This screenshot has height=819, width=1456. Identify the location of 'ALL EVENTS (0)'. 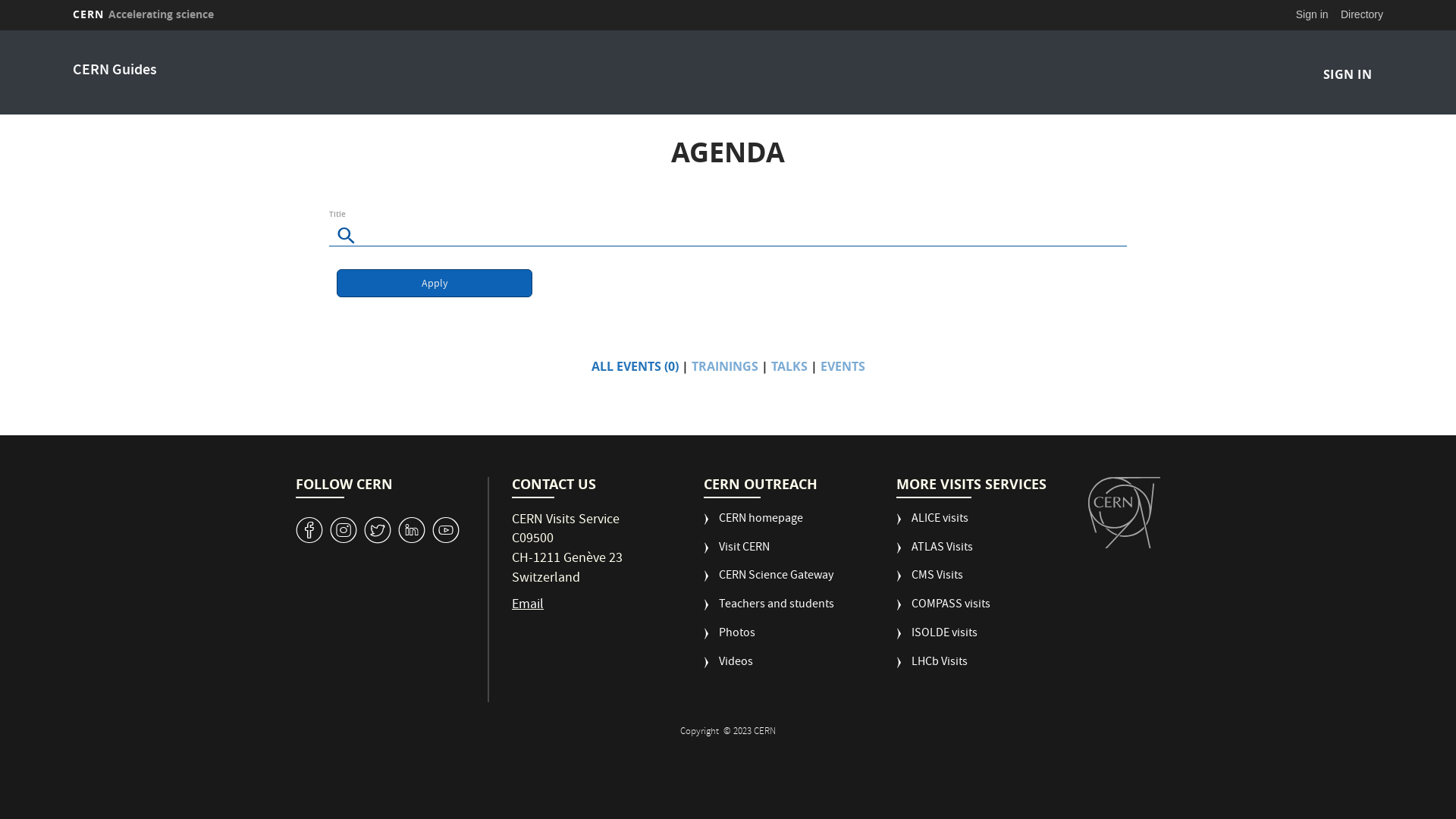
(635, 366).